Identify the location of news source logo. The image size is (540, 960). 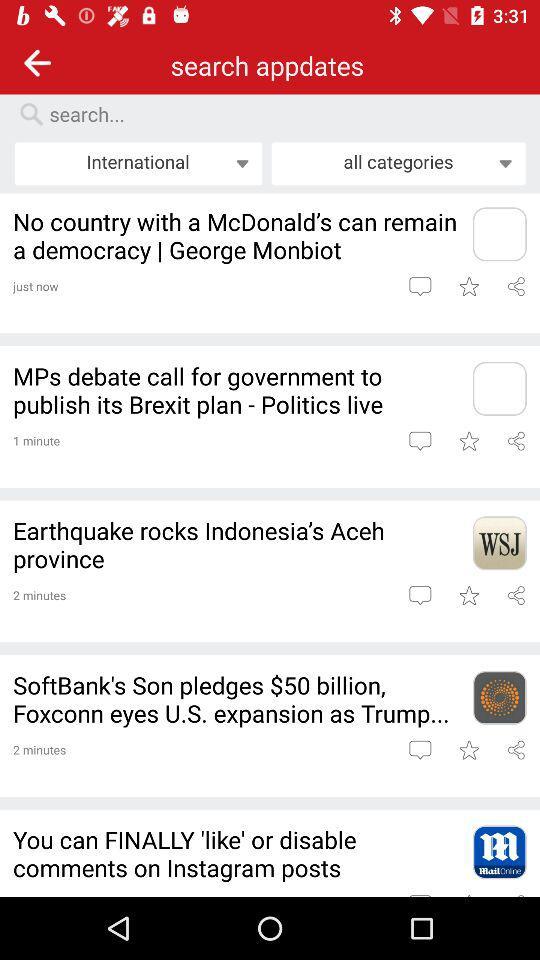
(498, 387).